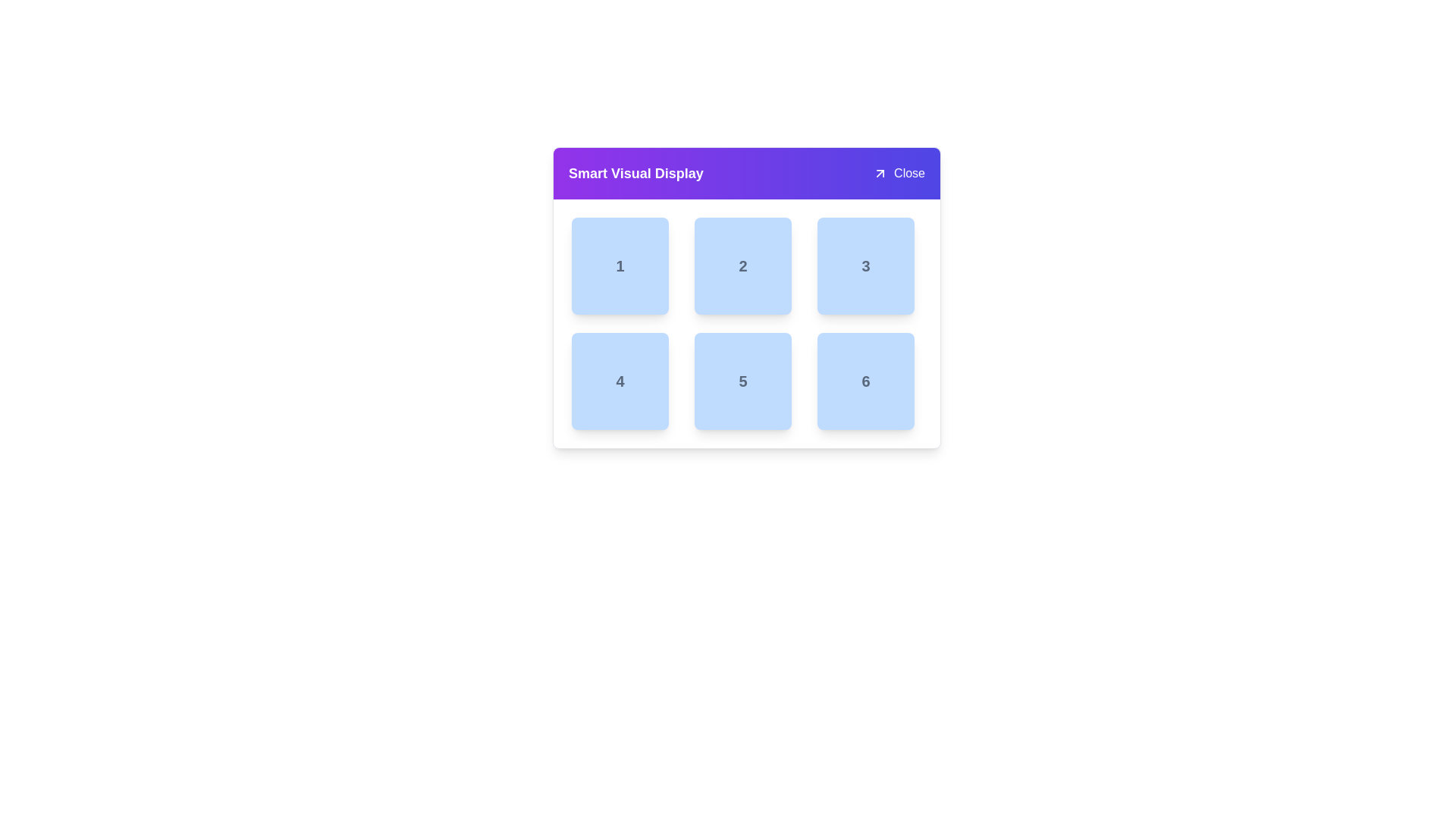 This screenshot has height=819, width=1456. I want to click on the 'Close' button displayed in white font on a purple background located in the top-right corner of the interface, so click(909, 172).